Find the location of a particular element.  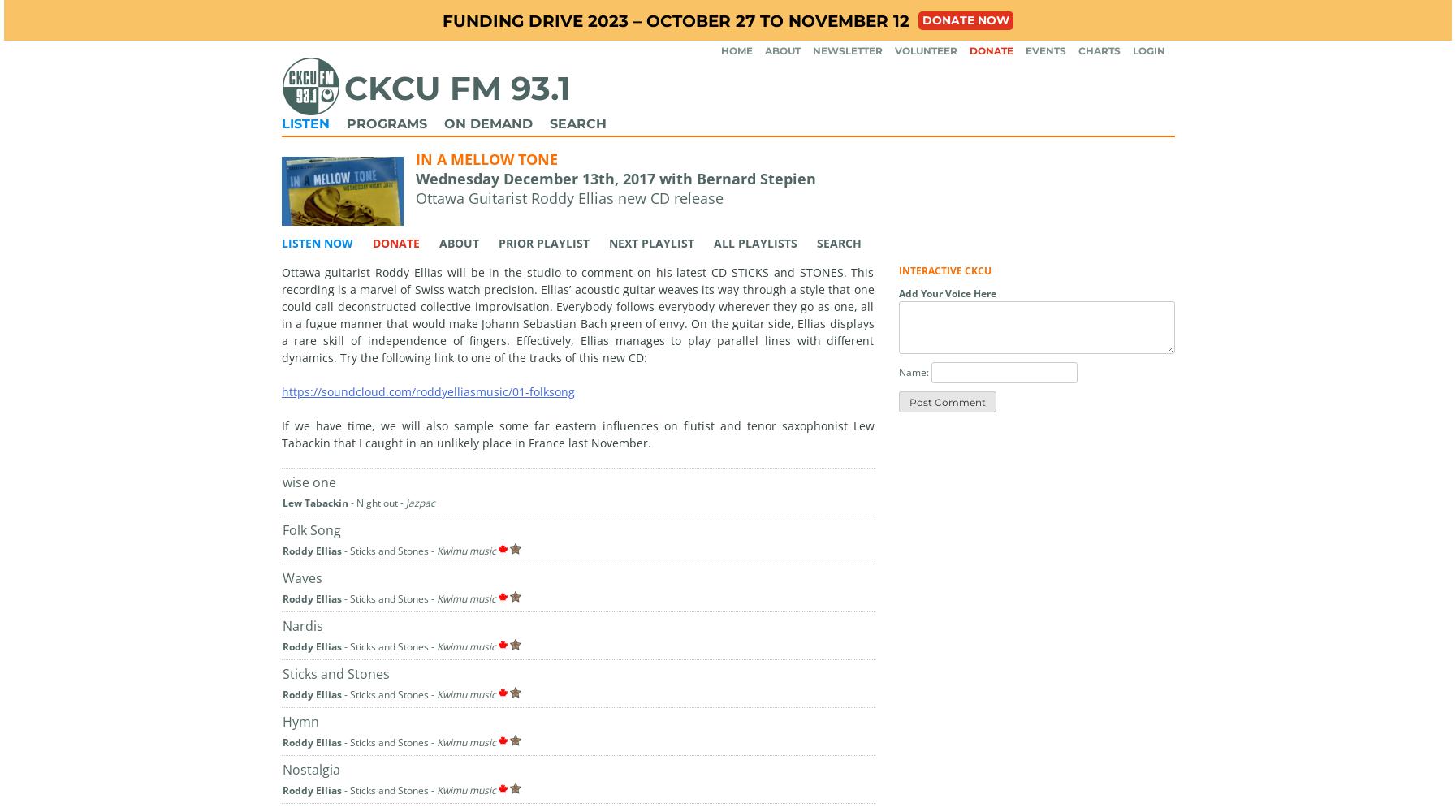

'Funding Drive 2023 – October 27 to November 12' is located at coordinates (675, 20).